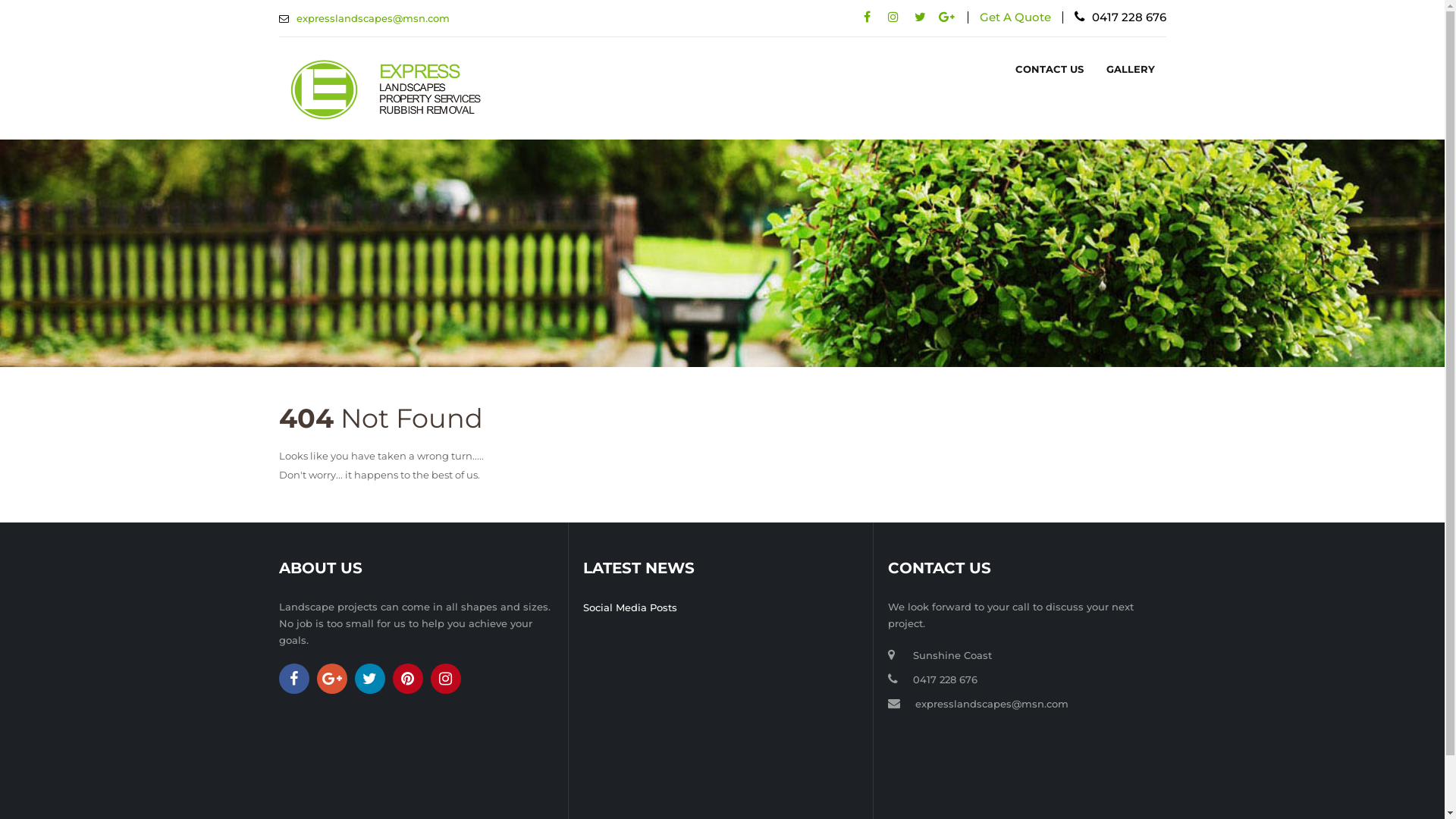  I want to click on 'twitter', so click(919, 17).